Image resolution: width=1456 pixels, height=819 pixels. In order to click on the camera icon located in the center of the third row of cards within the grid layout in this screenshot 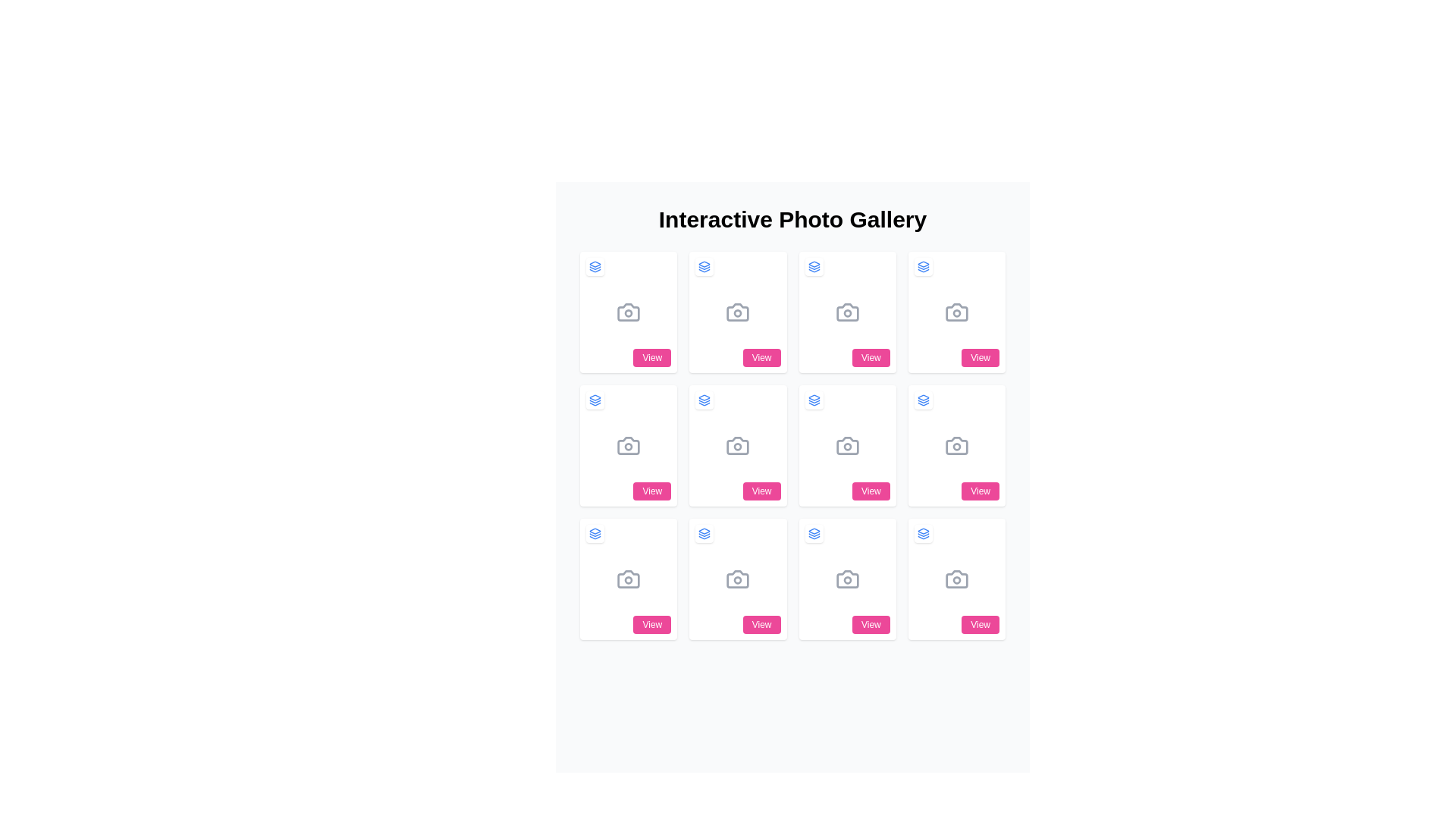, I will do `click(738, 444)`.